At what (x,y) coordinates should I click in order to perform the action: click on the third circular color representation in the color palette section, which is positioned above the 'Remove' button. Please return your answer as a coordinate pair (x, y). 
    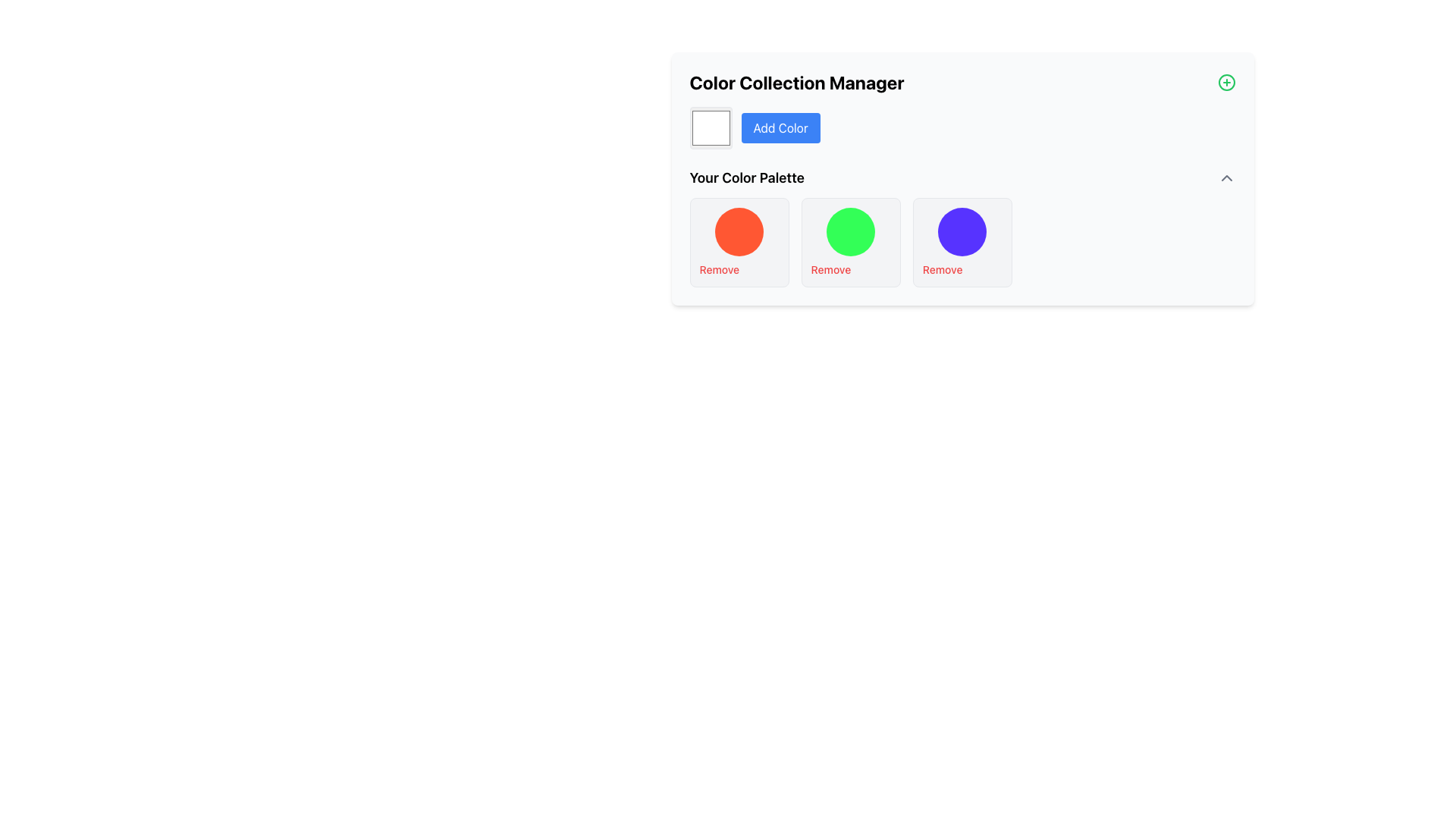
    Looking at the image, I should click on (961, 231).